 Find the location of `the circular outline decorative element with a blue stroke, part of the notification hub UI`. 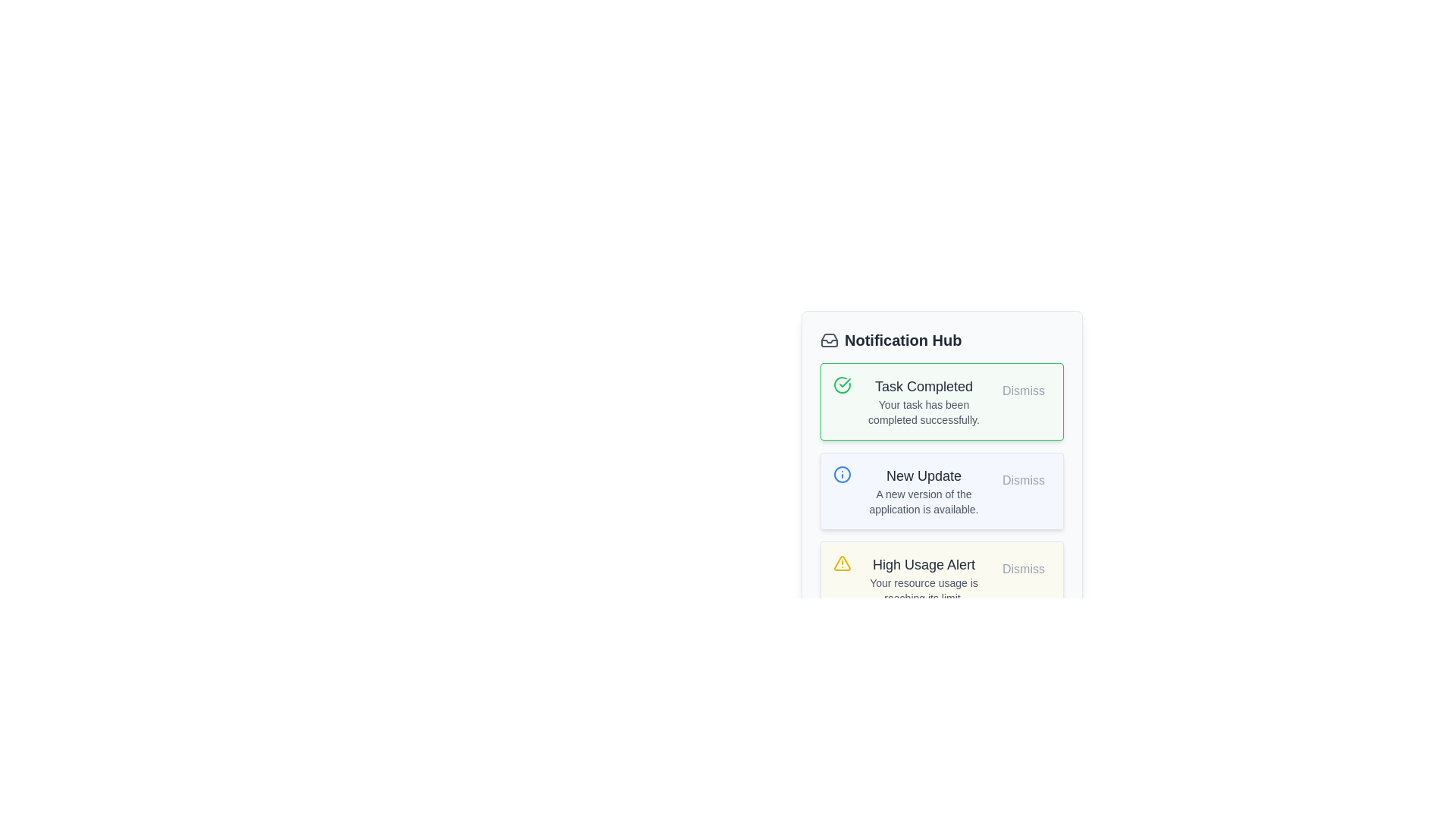

the circular outline decorative element with a blue stroke, part of the notification hub UI is located at coordinates (841, 473).